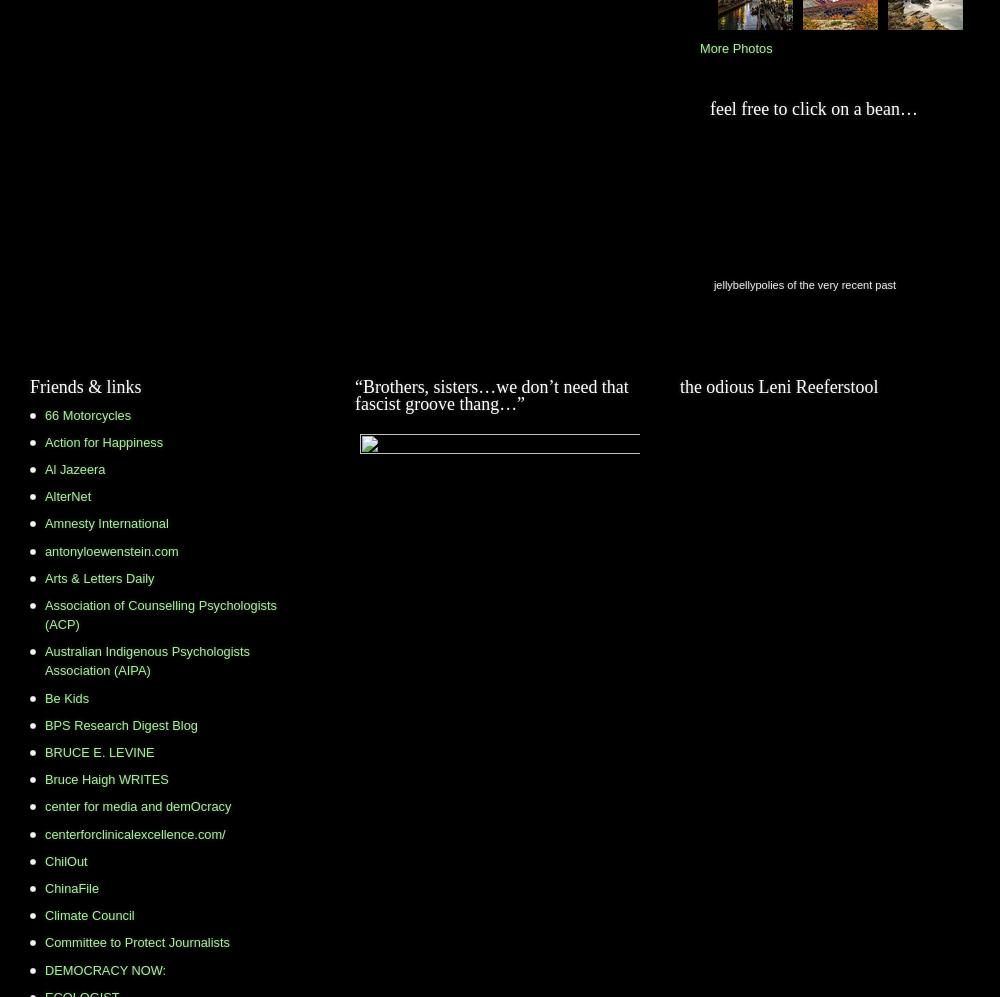 The width and height of the screenshot is (1000, 997). Describe the element at coordinates (779, 386) in the screenshot. I see `'the odious Leni Reeferstool'` at that location.